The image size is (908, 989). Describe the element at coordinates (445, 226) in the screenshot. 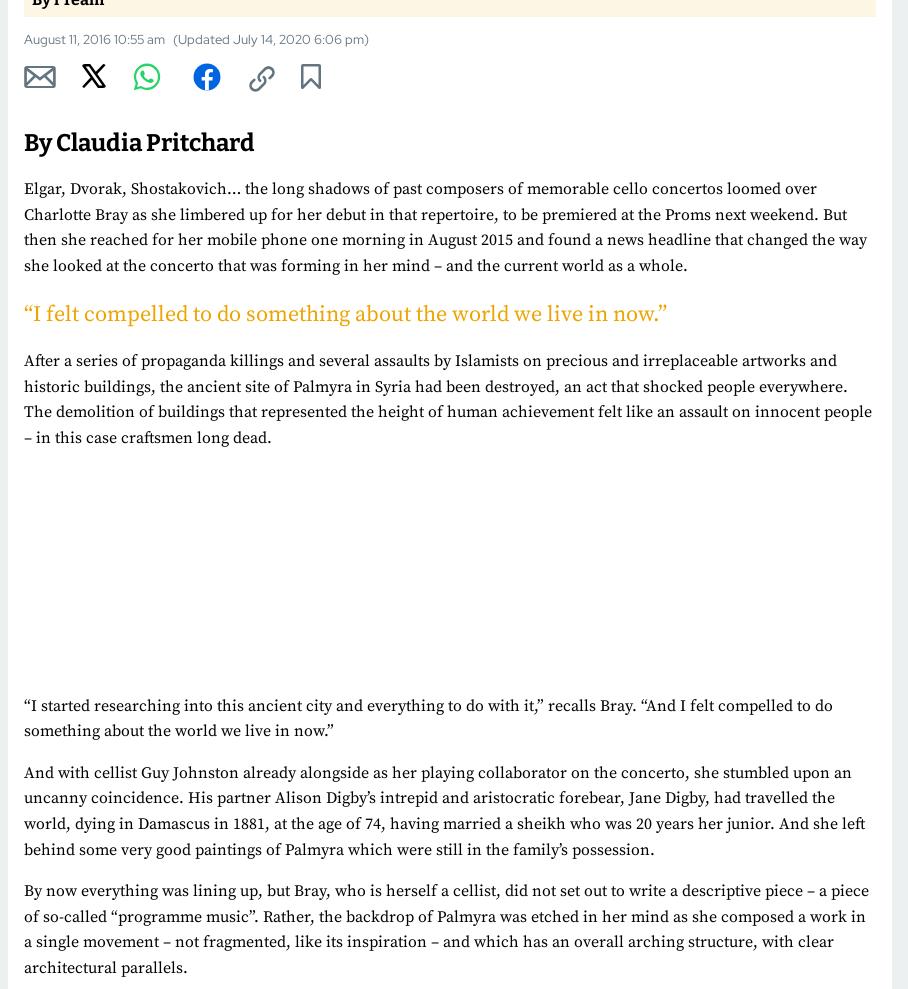

I see `'Elgar, Dvorak, Shostakovich… the long shadows of past composers of memorable cello concertos loomed over Charlotte Bray as she limbered up for her debut in that repertoire, to be premiered at the Proms next weekend. But then she reached for her mobile phone one morning in August 2015 and found a news headline that changed the way she looked at the concerto that was forming in her mind – and the current world as a whole.'` at that location.